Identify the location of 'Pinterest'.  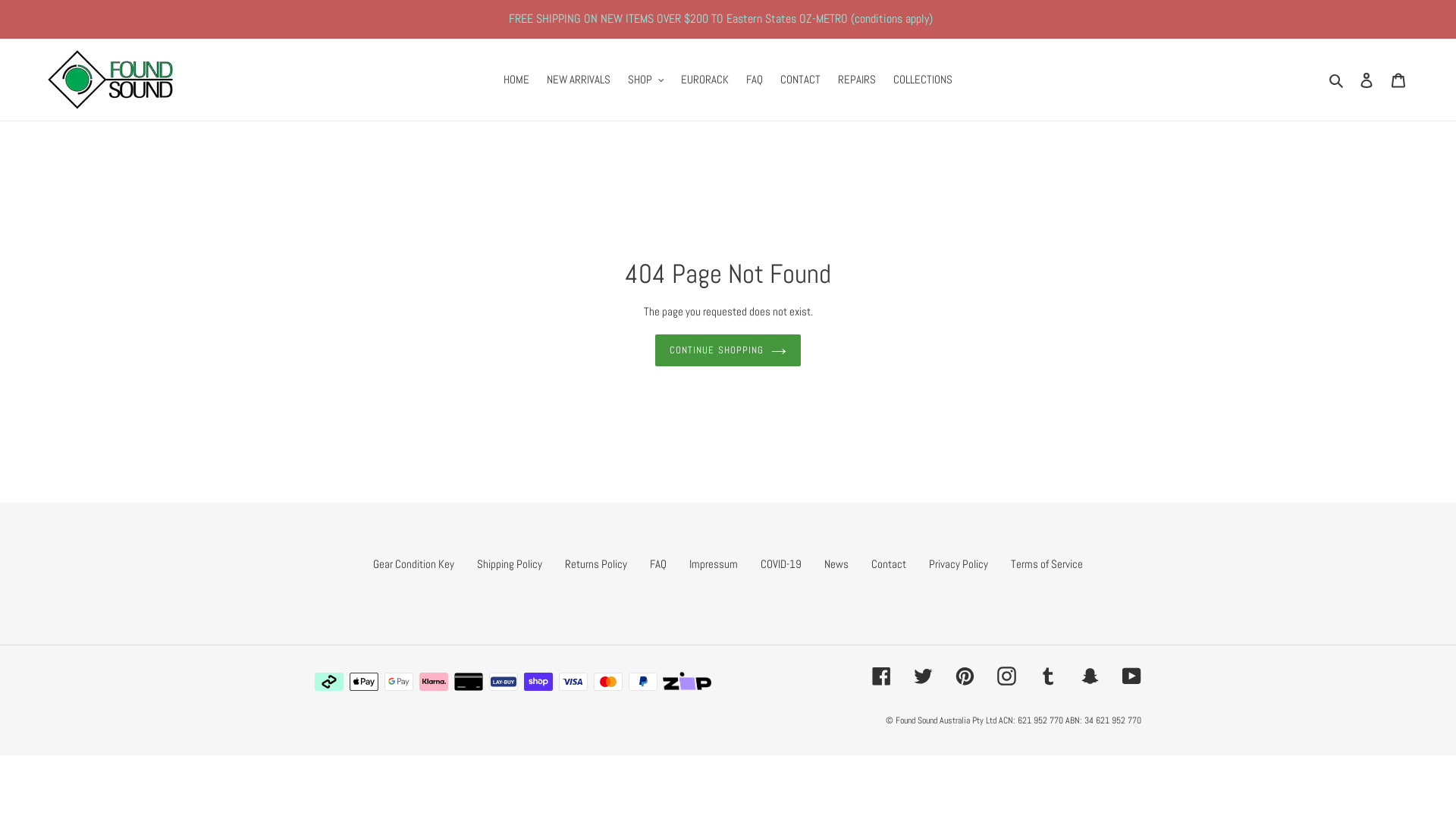
(964, 675).